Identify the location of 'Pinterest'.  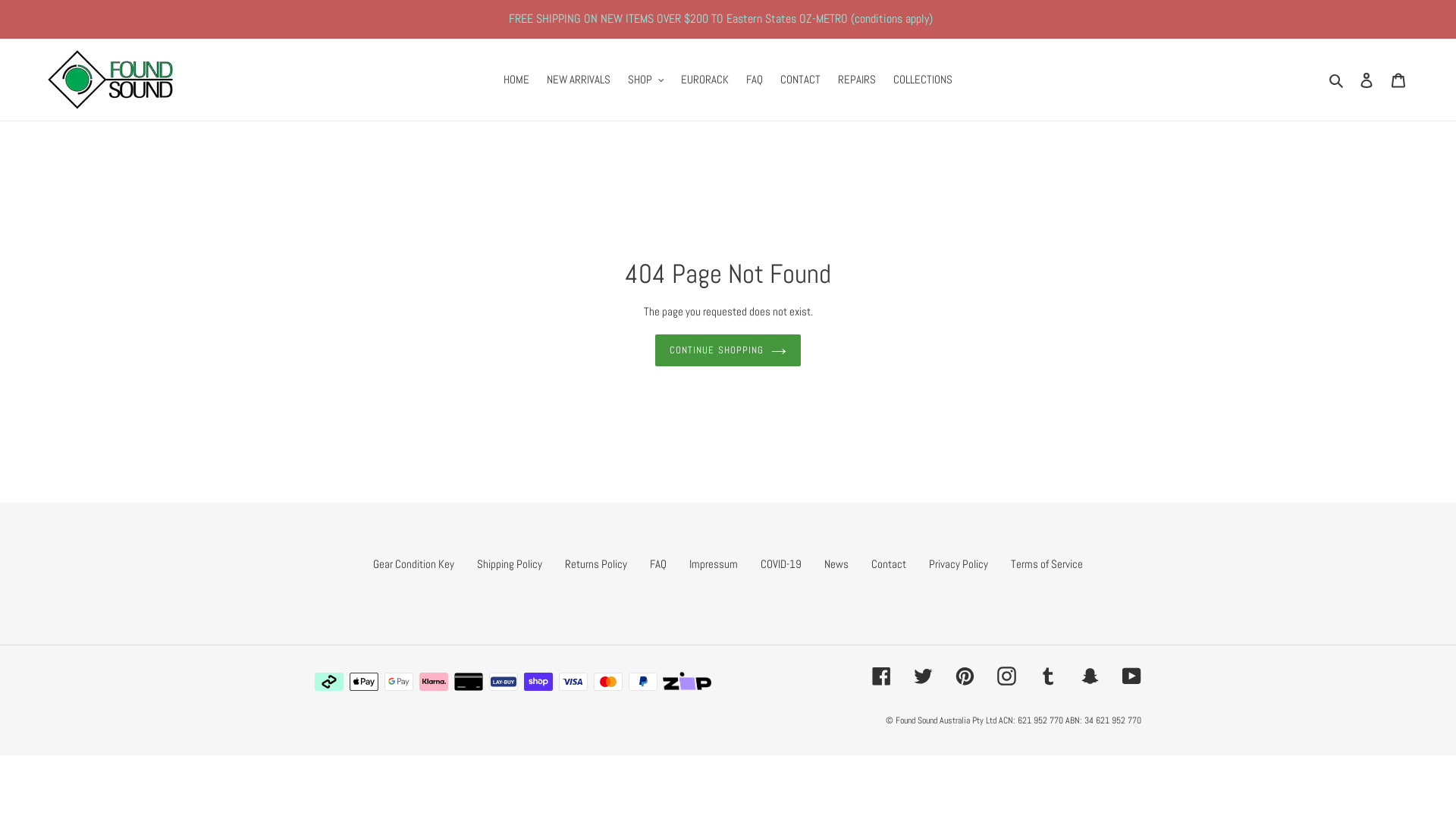
(964, 675).